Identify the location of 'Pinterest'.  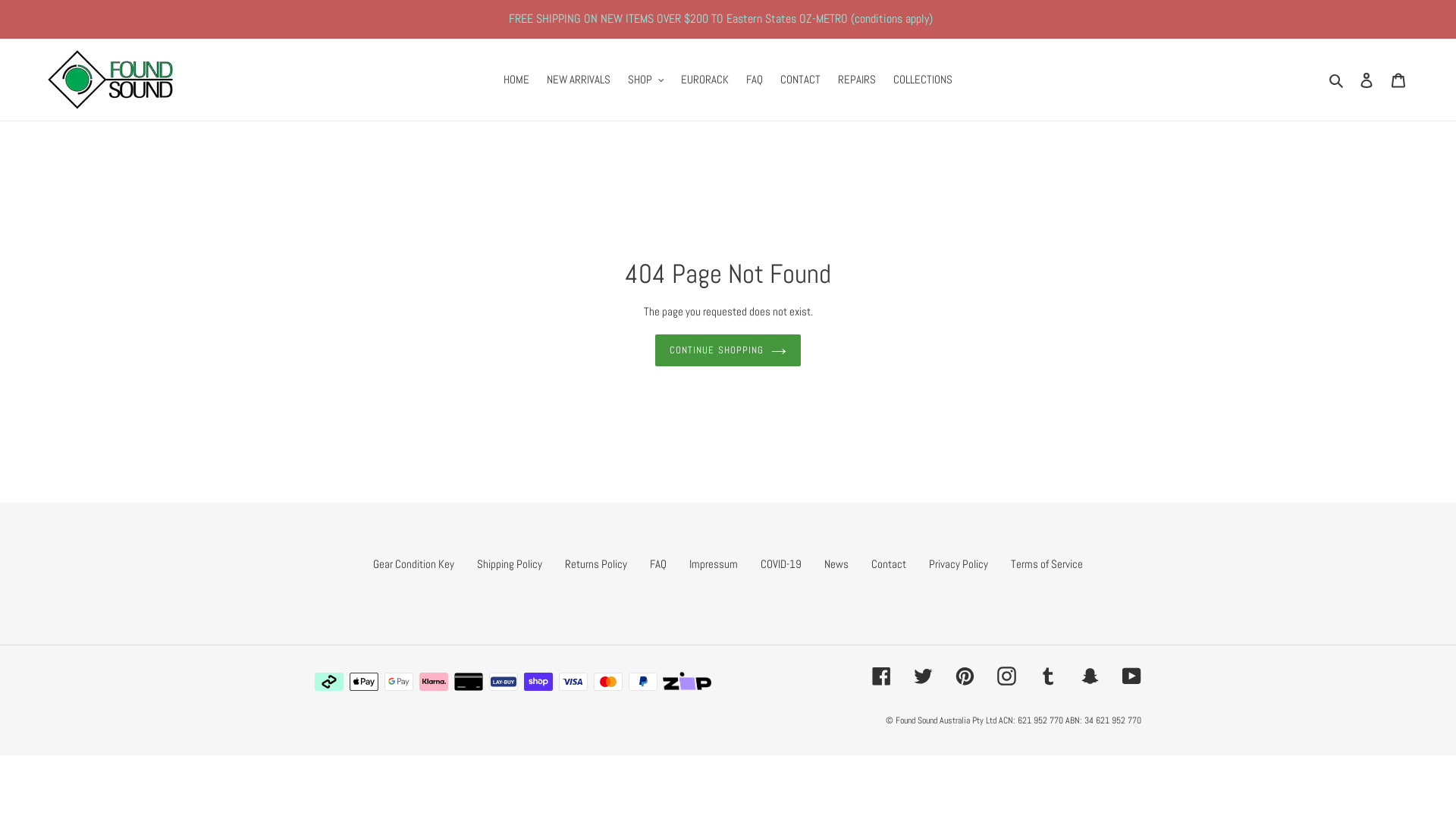
(964, 675).